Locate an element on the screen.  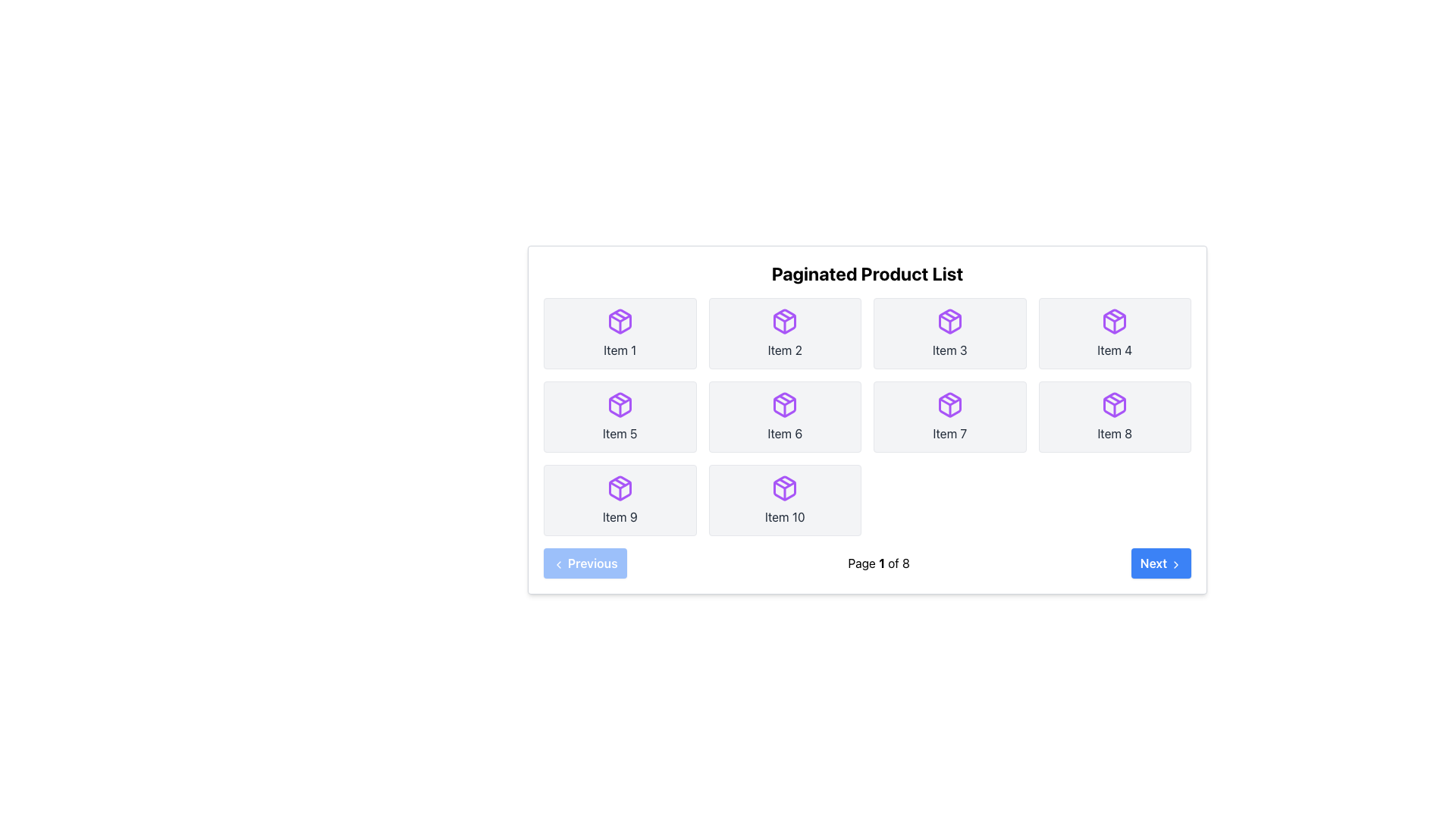
the 'Previous' button icon, which is an SVG graphic indicating navigation to the preceding page, located at the bottom-left corner of the UI is located at coordinates (558, 564).